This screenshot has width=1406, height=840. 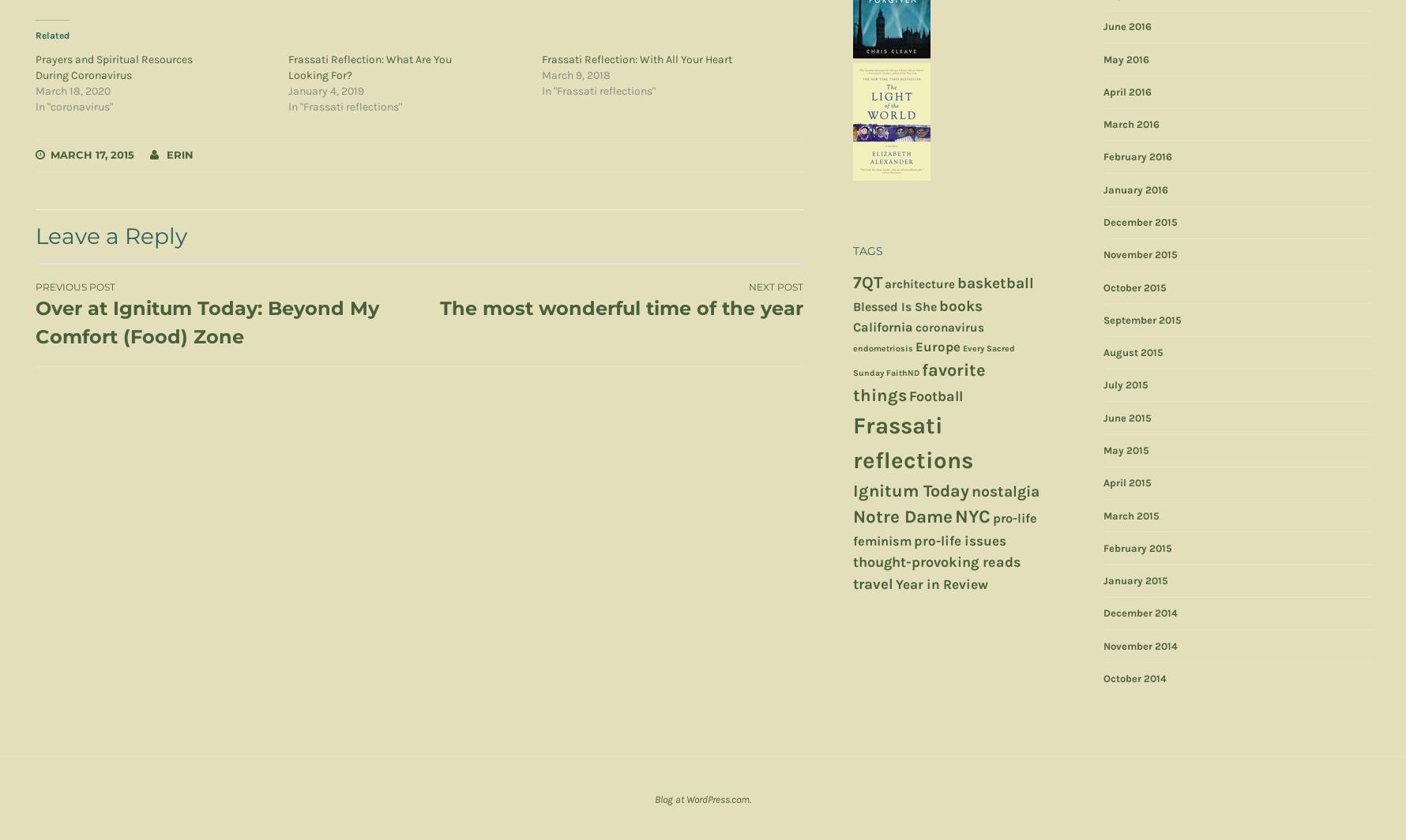 What do you see at coordinates (914, 327) in the screenshot?
I see `'coronavirus'` at bounding box center [914, 327].